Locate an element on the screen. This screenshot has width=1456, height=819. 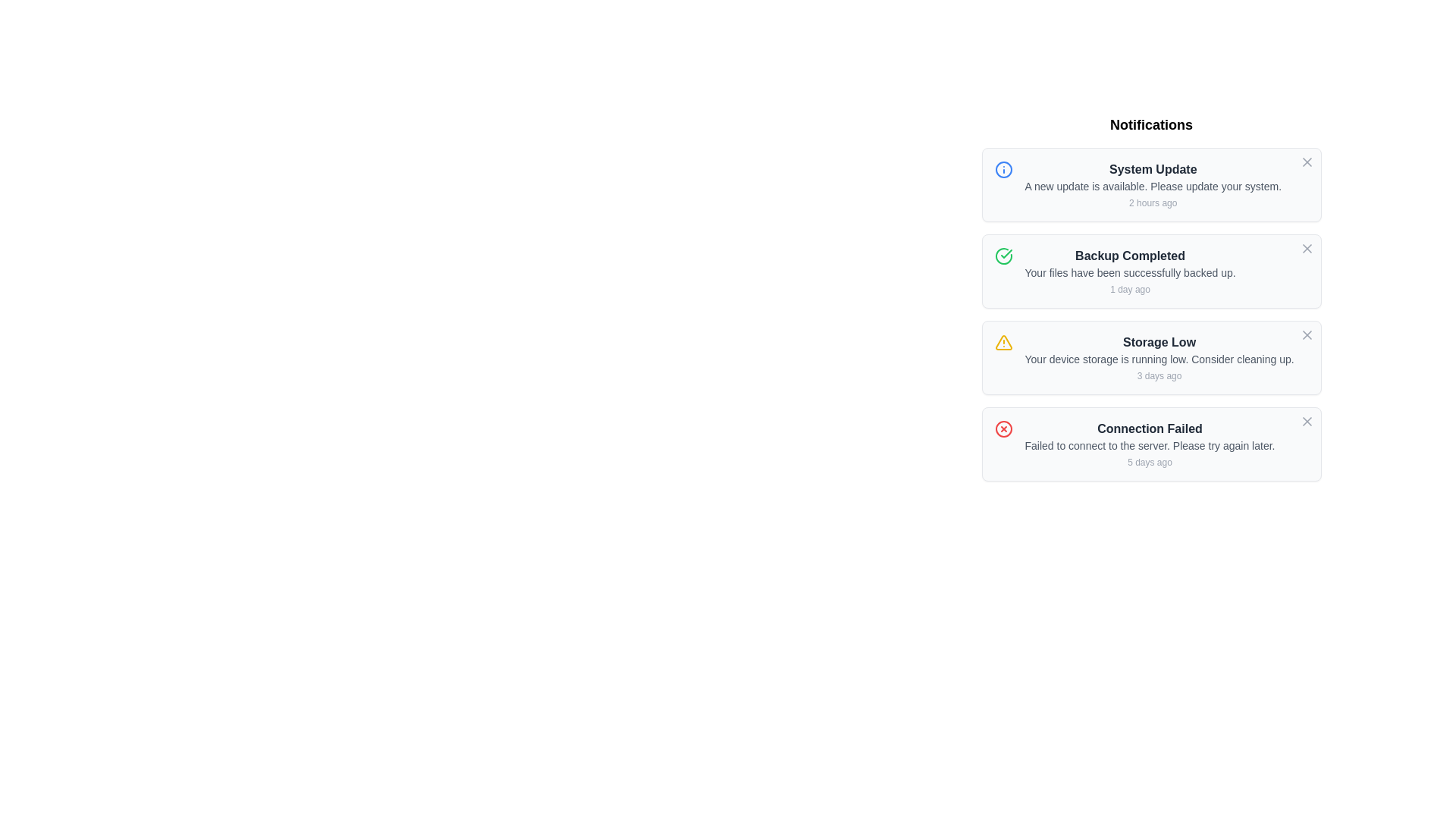
the static decorative visual indicator at the top-left corner of the 'System Update' notification card is located at coordinates (1003, 169).